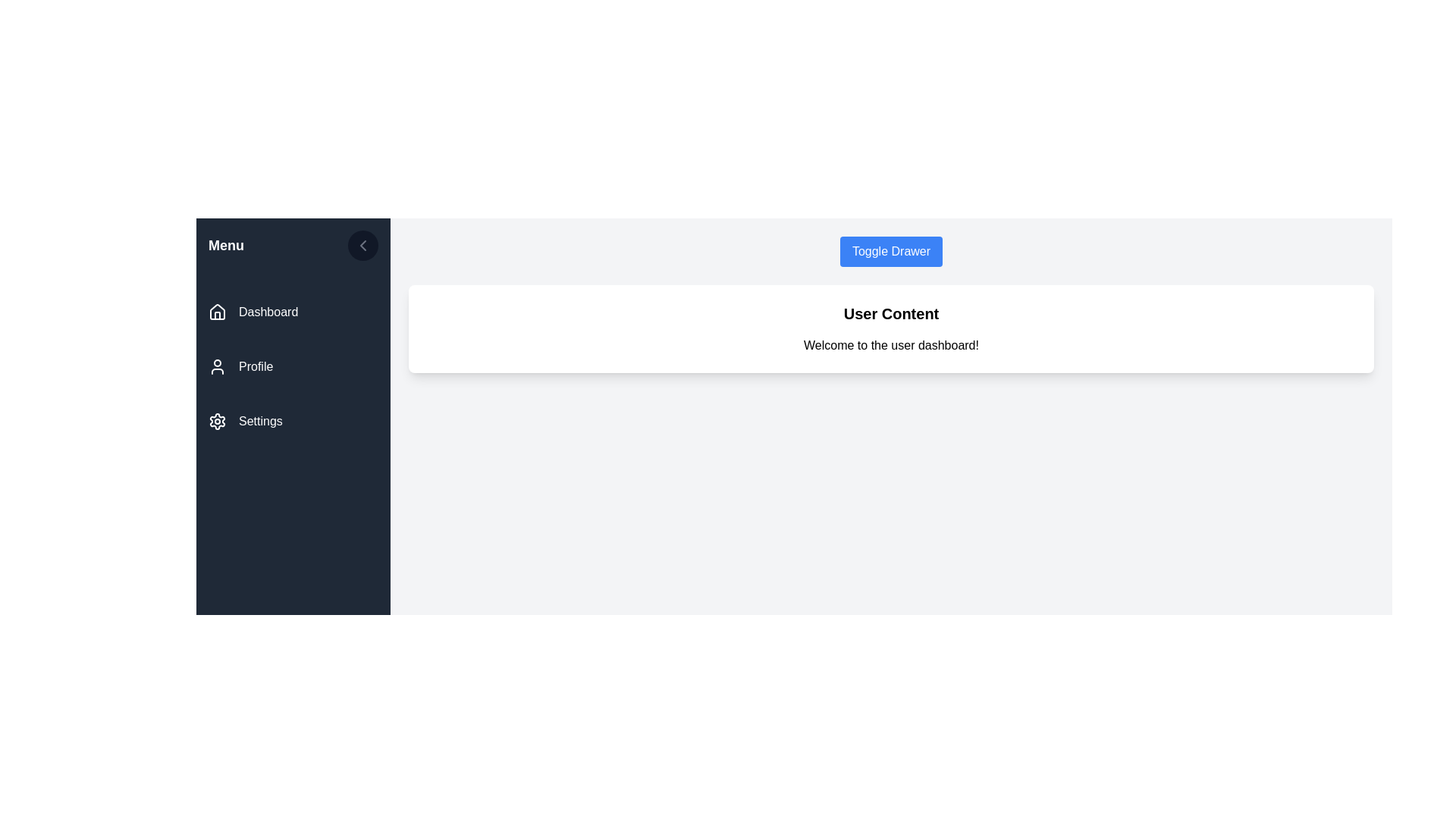 This screenshot has width=1456, height=819. Describe the element at coordinates (293, 421) in the screenshot. I see `the third menu item labeled 'Settings' in the vertical navigation menu` at that location.